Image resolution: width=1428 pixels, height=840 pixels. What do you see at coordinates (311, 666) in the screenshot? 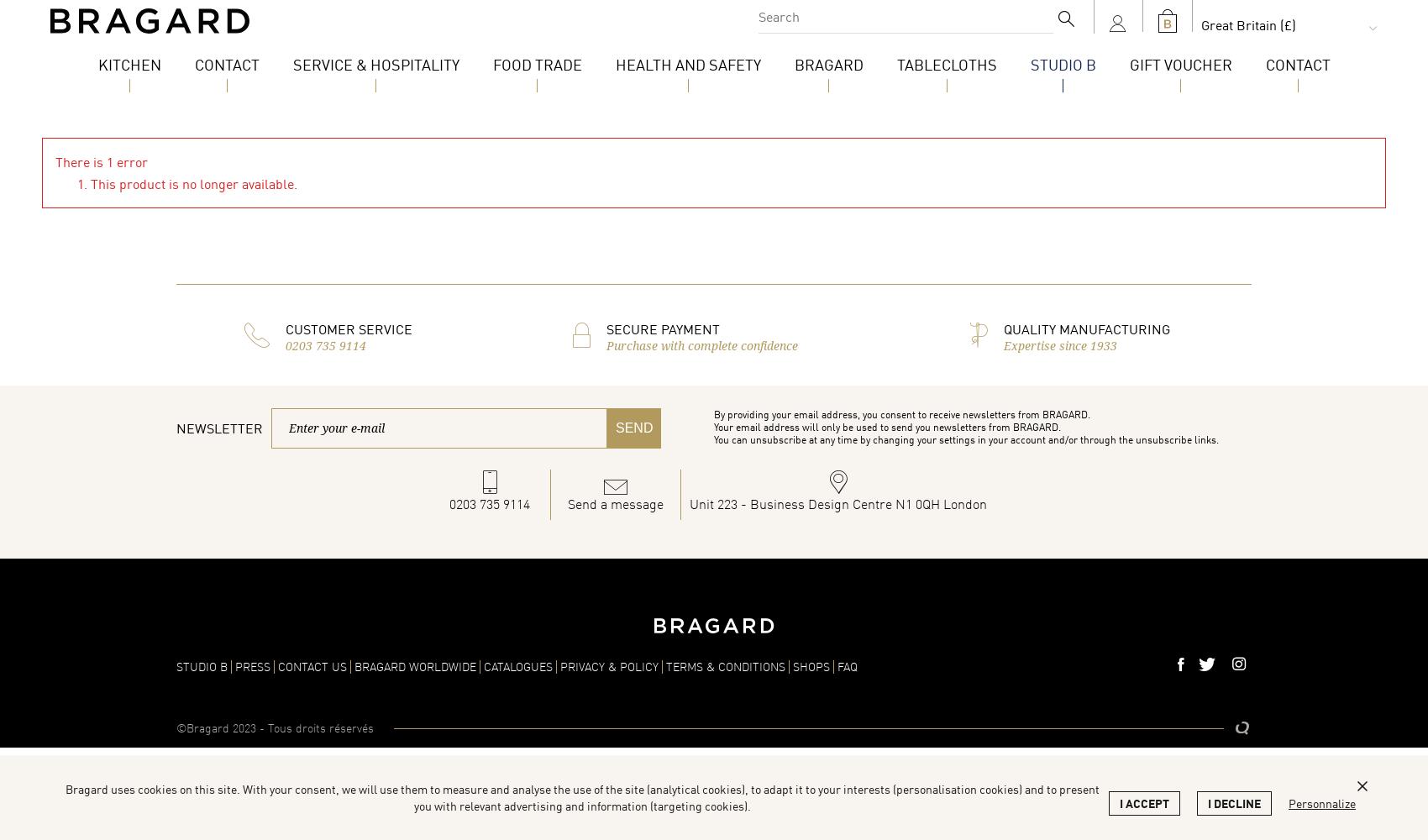
I see `'CONTACT US'` at bounding box center [311, 666].